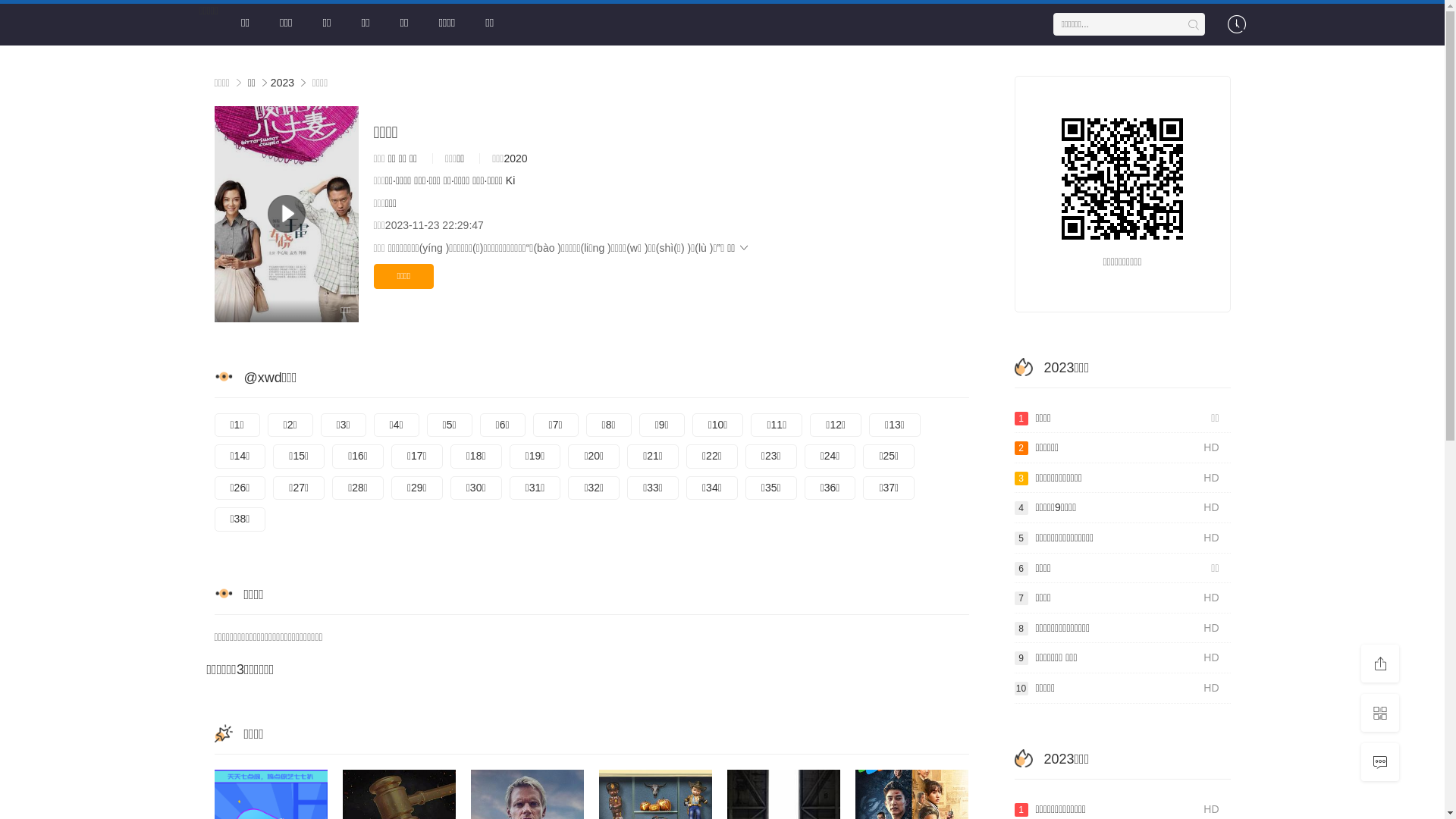 The width and height of the screenshot is (1456, 819). Describe the element at coordinates (503, 158) in the screenshot. I see `'2020'` at that location.